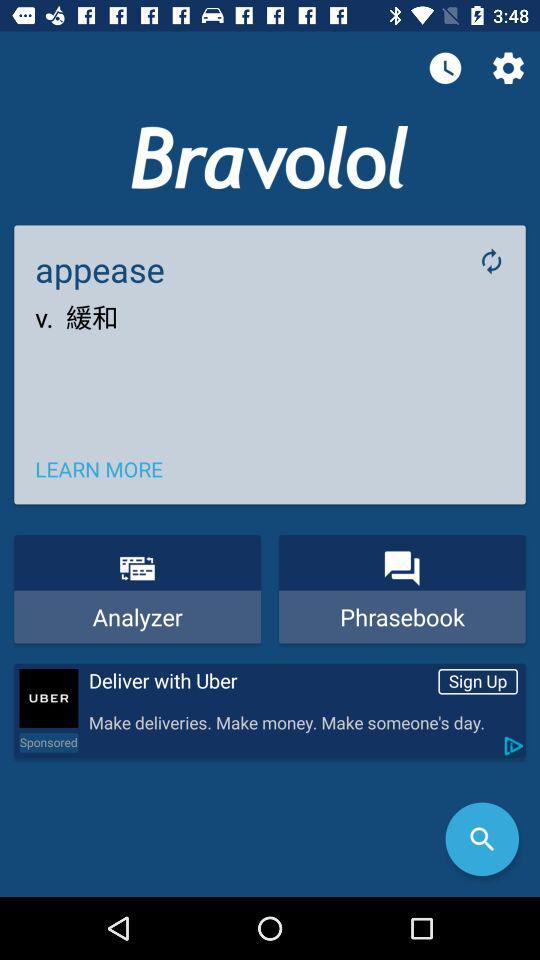  What do you see at coordinates (259, 681) in the screenshot?
I see `the icon to the left of sign up icon` at bounding box center [259, 681].